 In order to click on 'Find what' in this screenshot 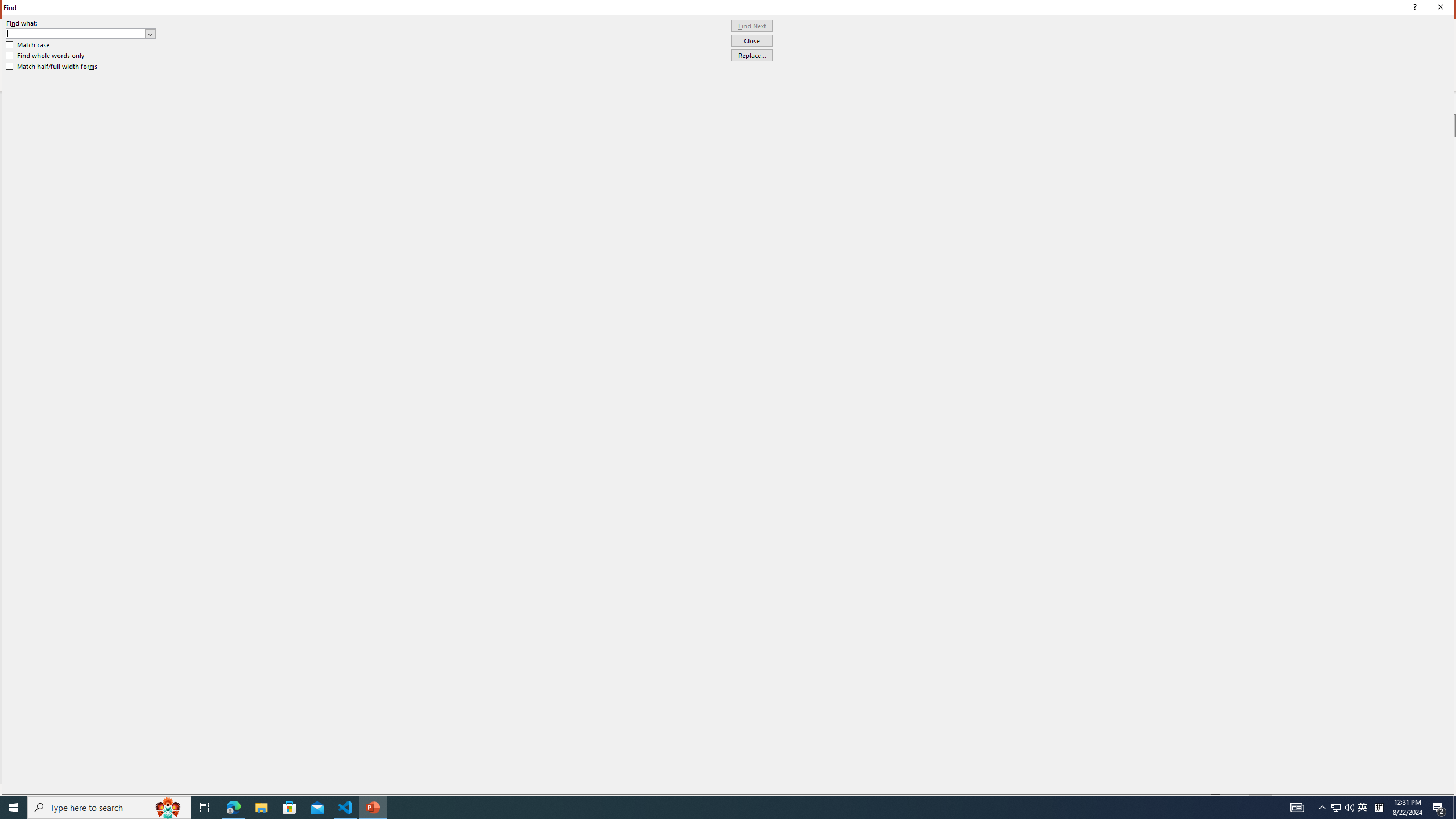, I will do `click(81, 33)`.